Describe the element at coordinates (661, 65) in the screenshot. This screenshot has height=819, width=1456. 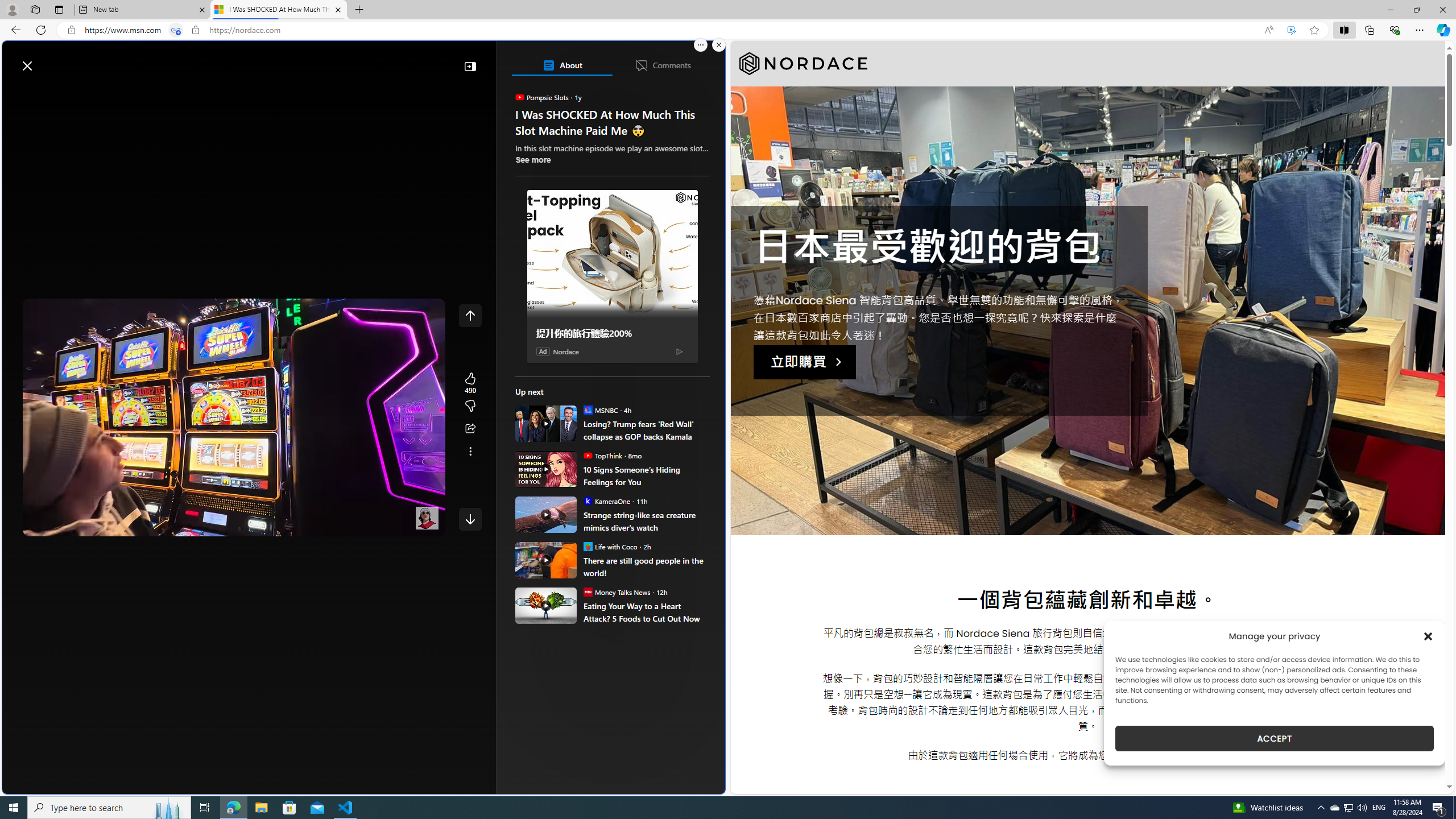
I see `'Comments'` at that location.